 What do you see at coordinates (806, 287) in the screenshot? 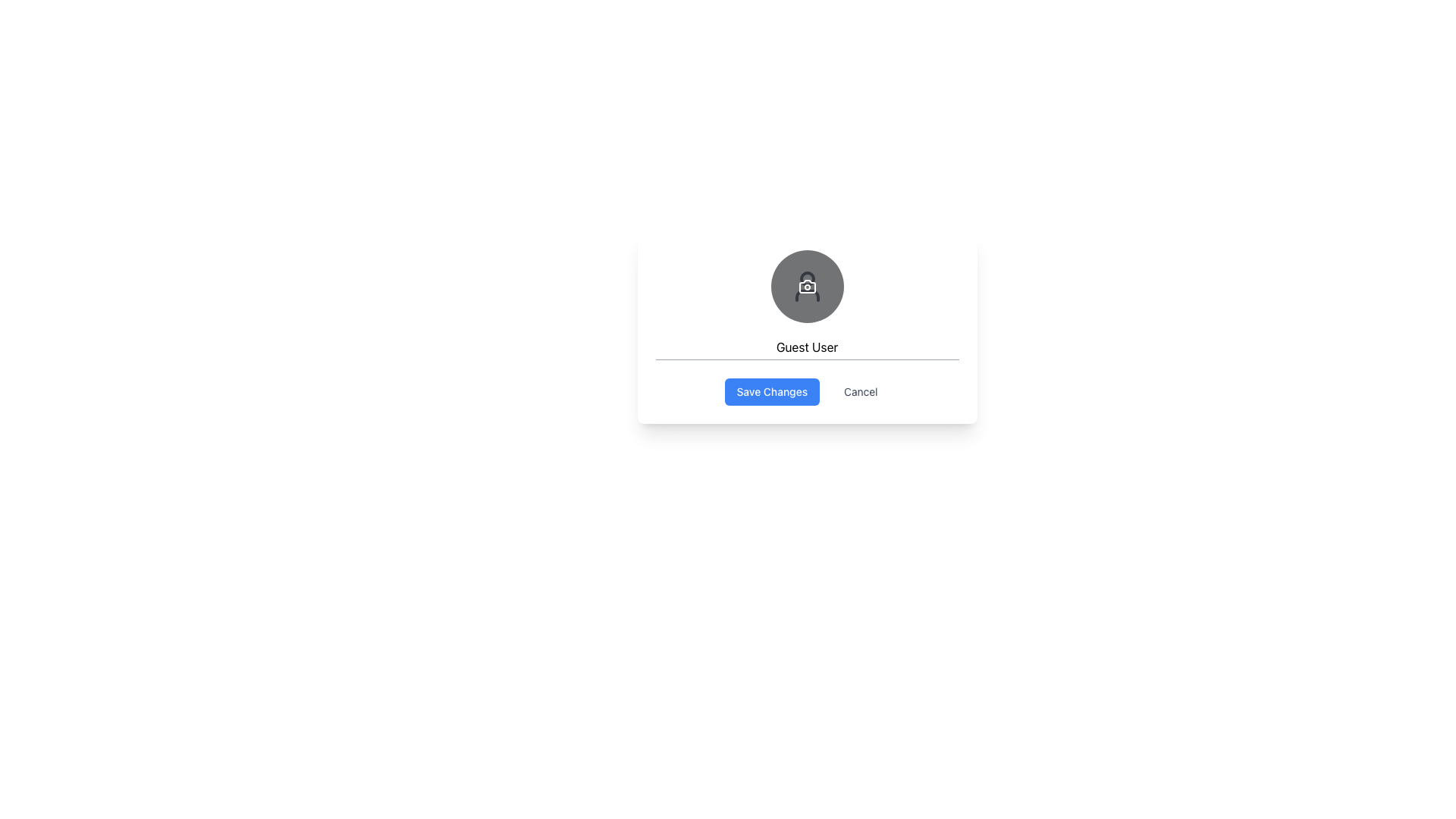
I see `the profile picture placeholder icon, which indicates an upload or edit action related to user profile settings, located above the text 'Guest User'` at bounding box center [806, 287].